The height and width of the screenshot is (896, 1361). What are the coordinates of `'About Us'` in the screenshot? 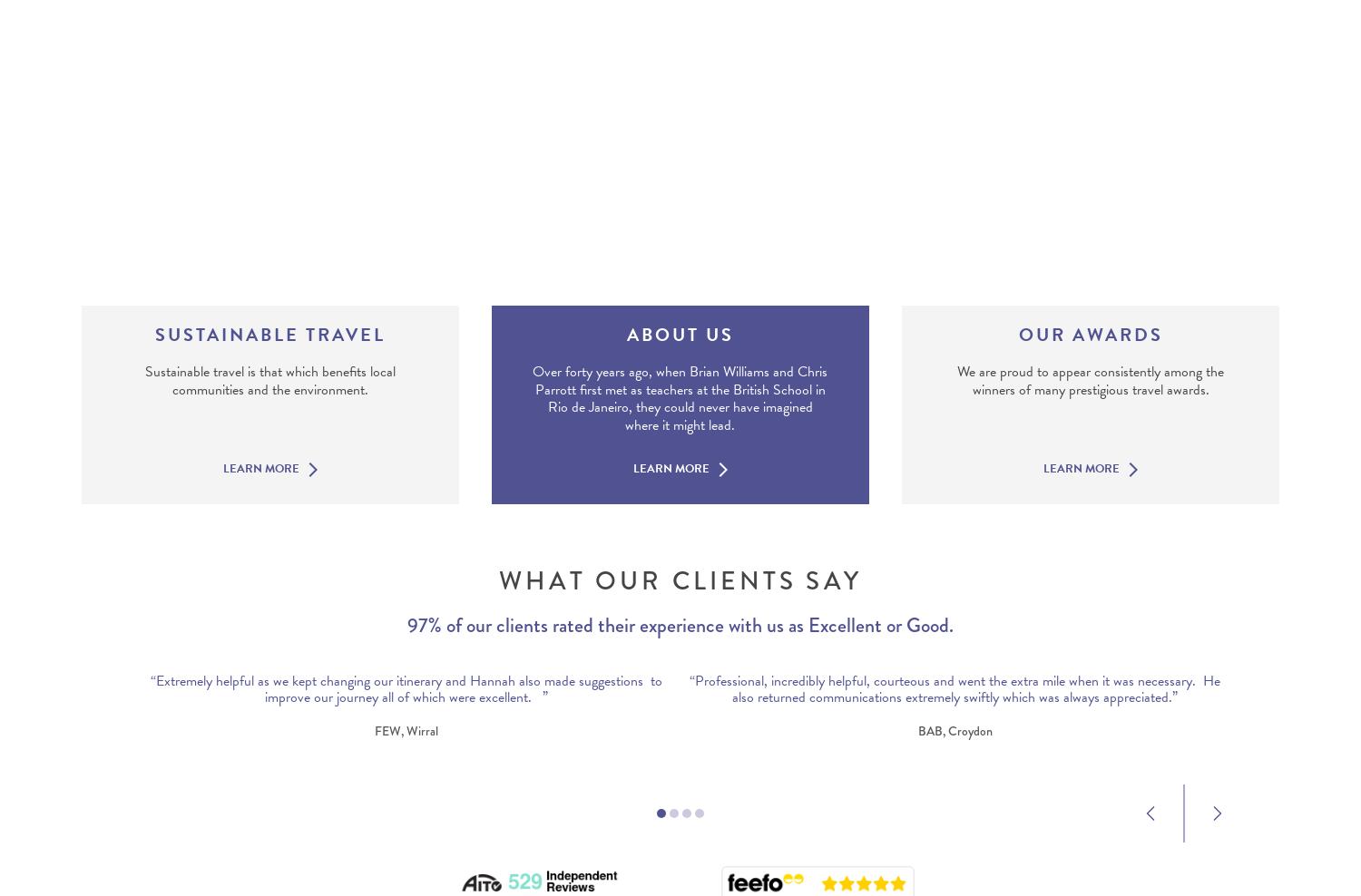 It's located at (678, 334).